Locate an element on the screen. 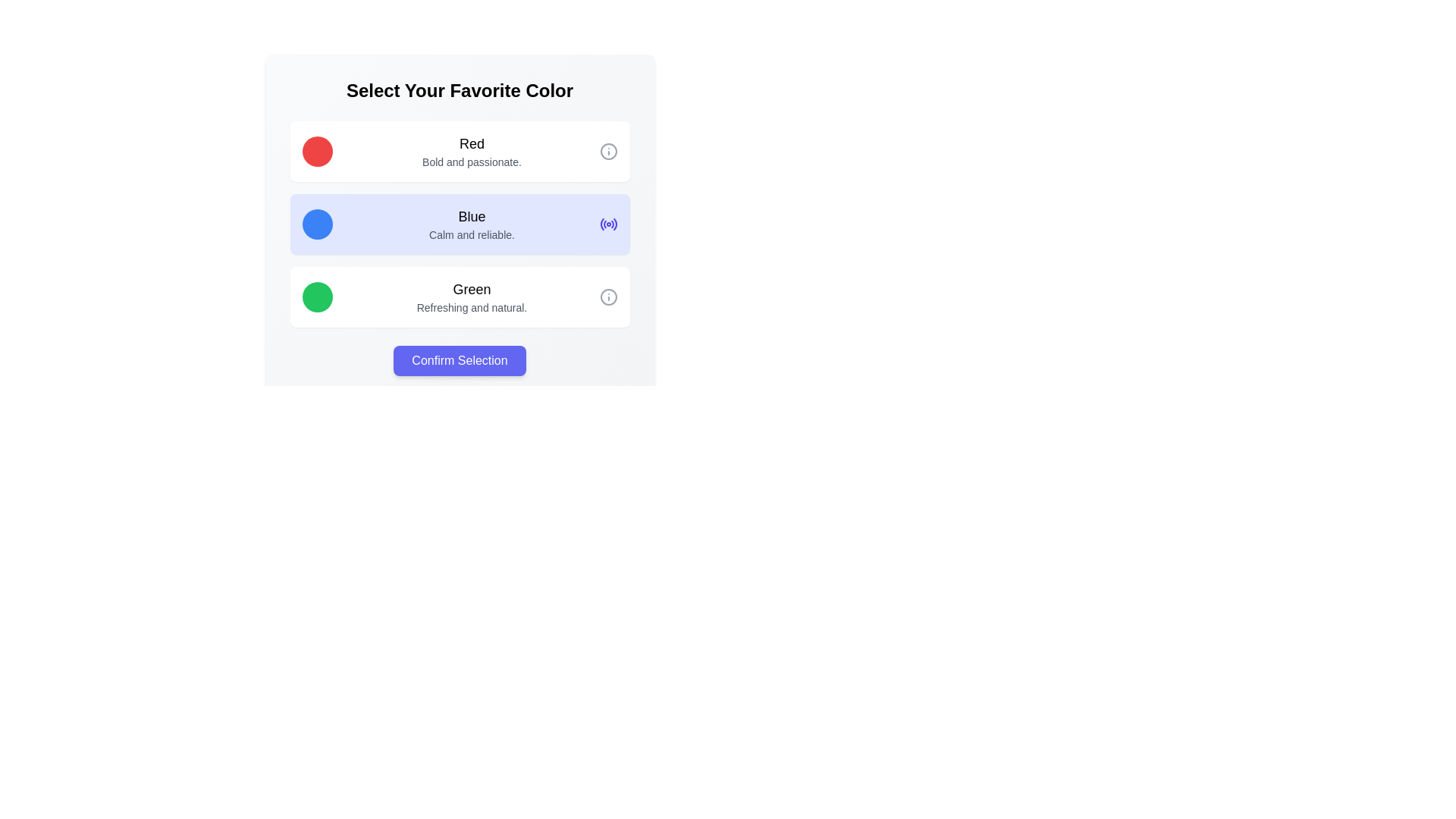 The height and width of the screenshot is (819, 1456). the 'Confirm Selection' button with a vibrant indigo background is located at coordinates (459, 360).